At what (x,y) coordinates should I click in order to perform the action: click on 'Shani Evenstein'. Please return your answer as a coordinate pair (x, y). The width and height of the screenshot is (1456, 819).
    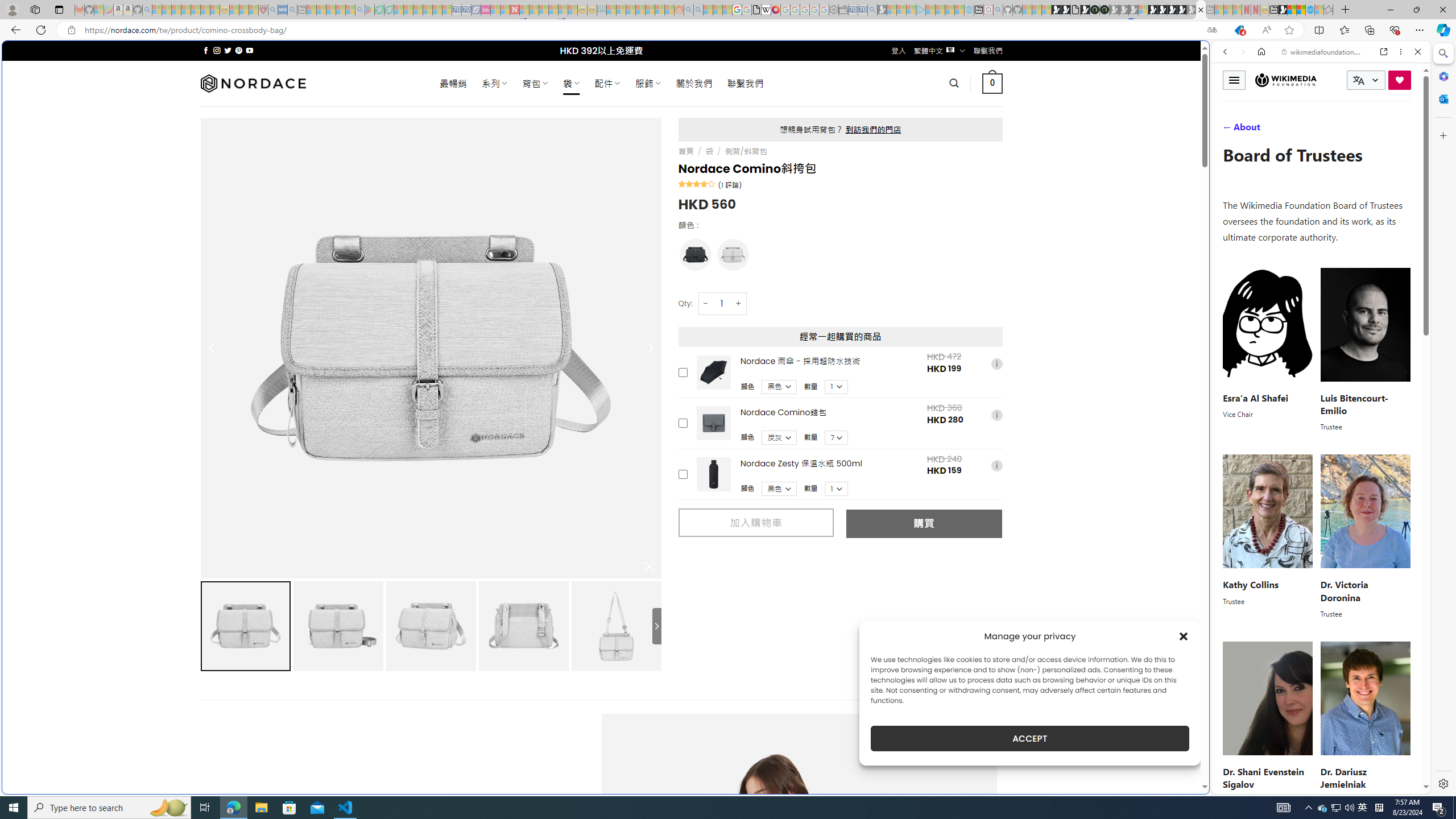
    Looking at the image, I should click on (1268, 698).